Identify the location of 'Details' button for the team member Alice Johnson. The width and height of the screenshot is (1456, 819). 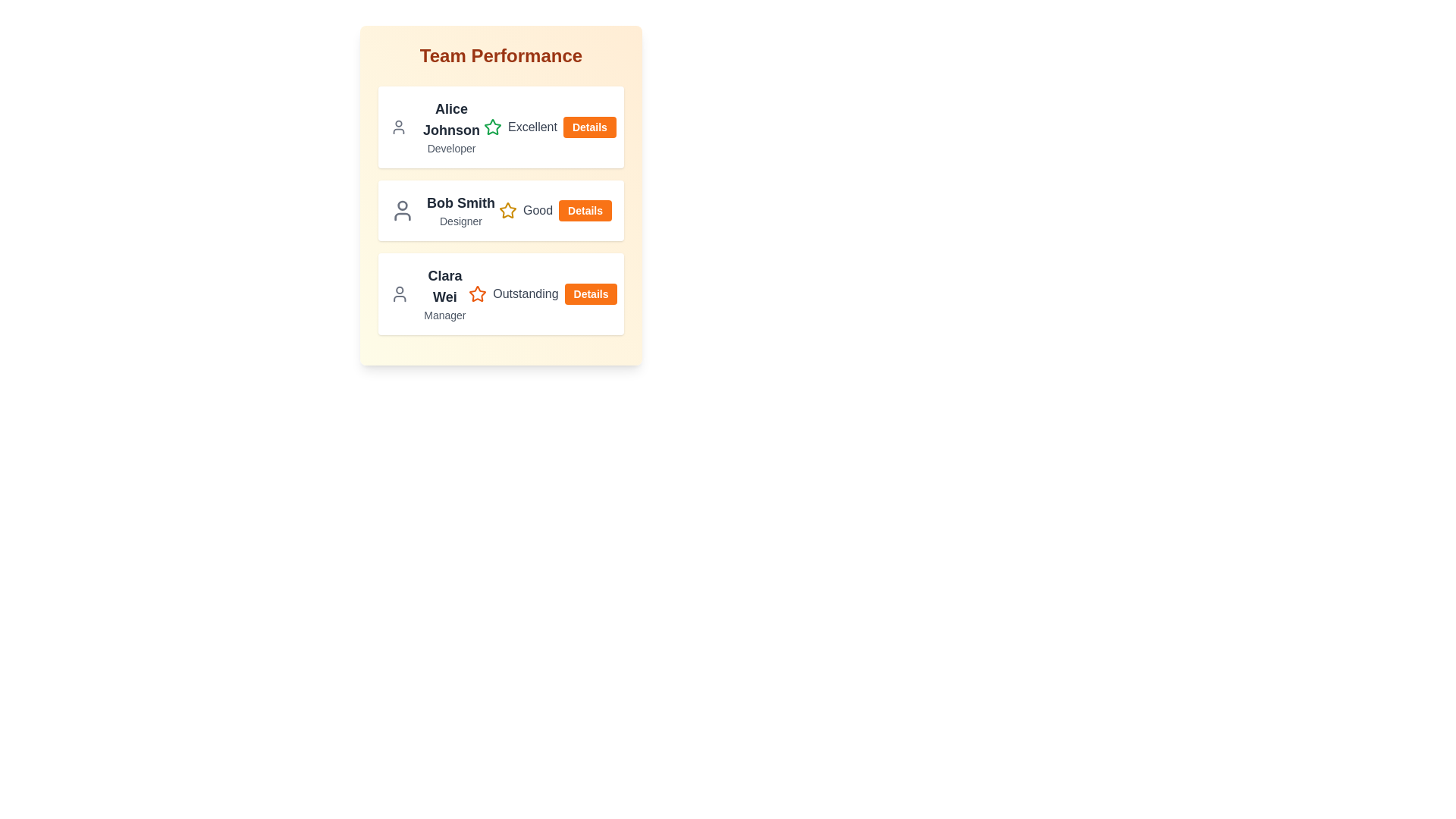
(588, 127).